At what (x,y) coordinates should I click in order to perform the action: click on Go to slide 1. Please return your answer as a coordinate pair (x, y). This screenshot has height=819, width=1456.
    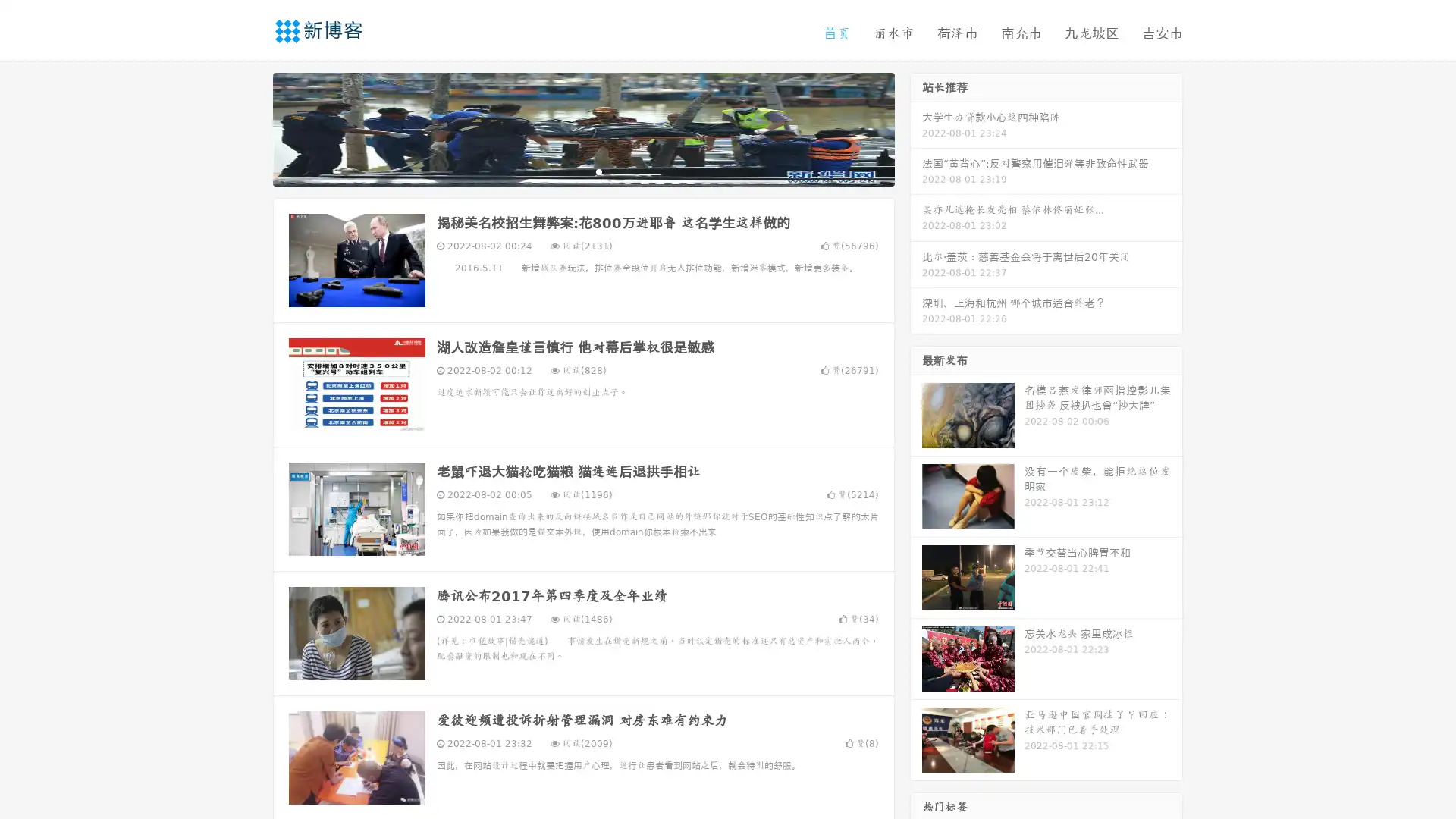
    Looking at the image, I should click on (567, 171).